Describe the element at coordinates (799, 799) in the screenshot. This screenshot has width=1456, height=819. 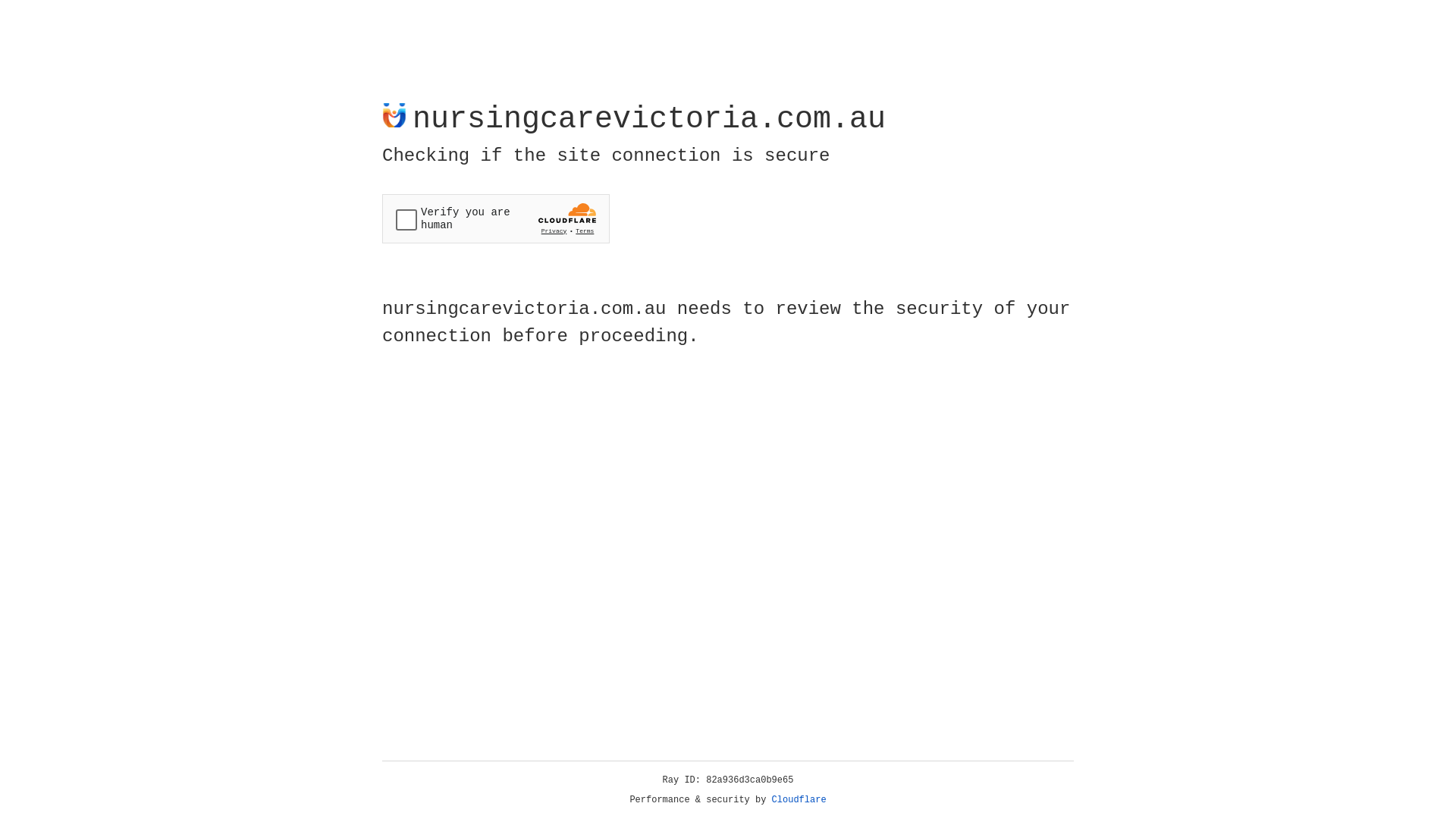
I see `'Cloudflare'` at that location.